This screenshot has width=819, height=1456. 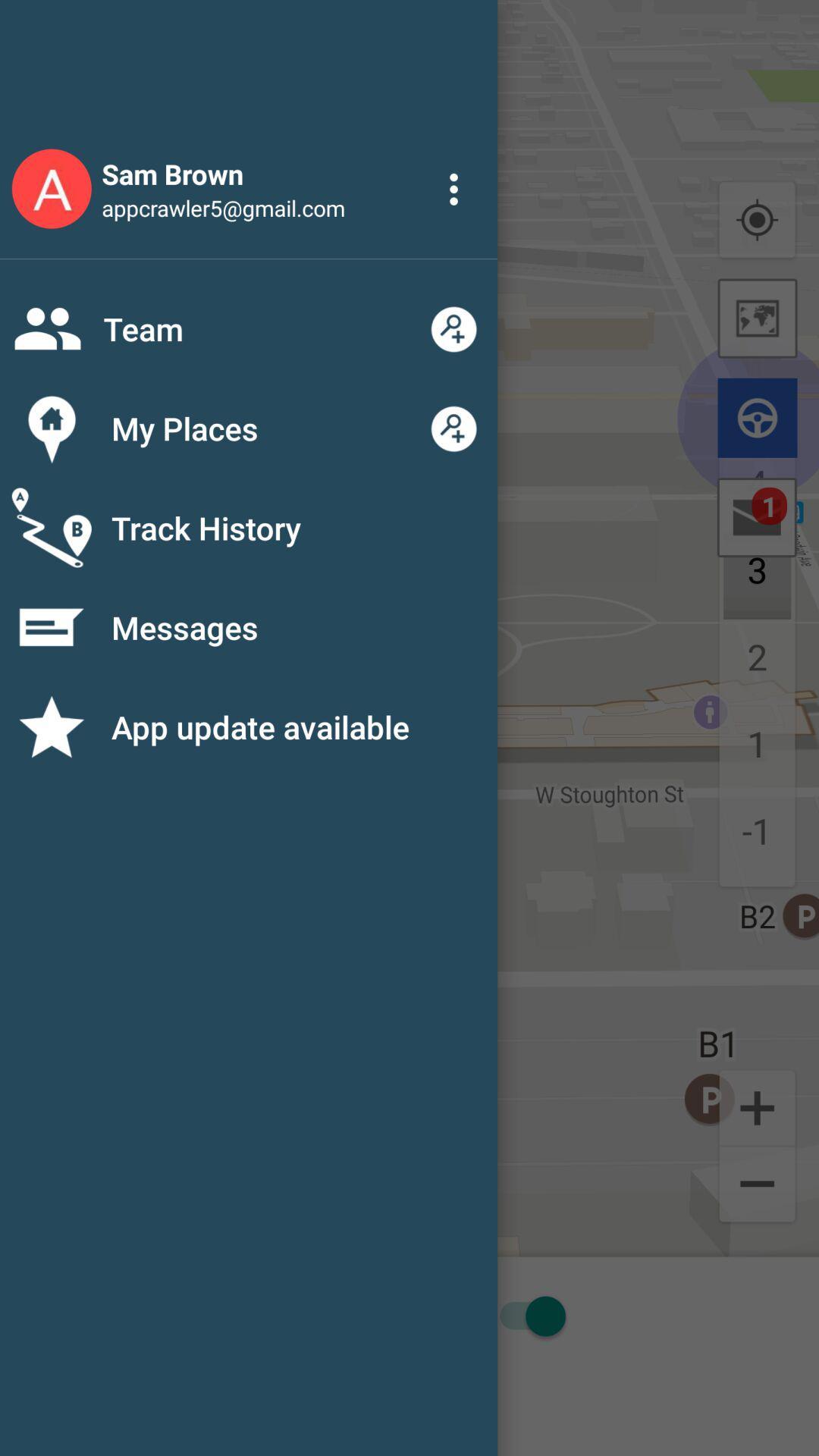 What do you see at coordinates (757, 220) in the screenshot?
I see `the location_crosshair icon` at bounding box center [757, 220].